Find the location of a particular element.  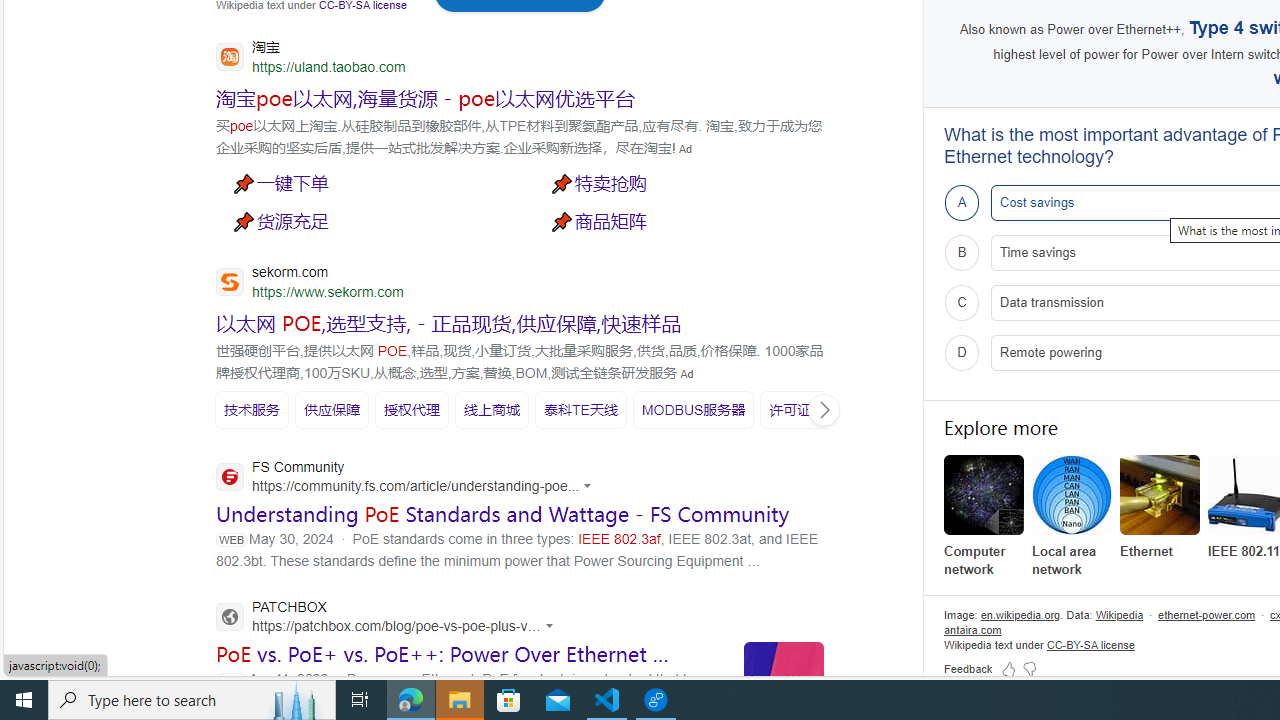

'Local area network' is located at coordinates (1071, 515).